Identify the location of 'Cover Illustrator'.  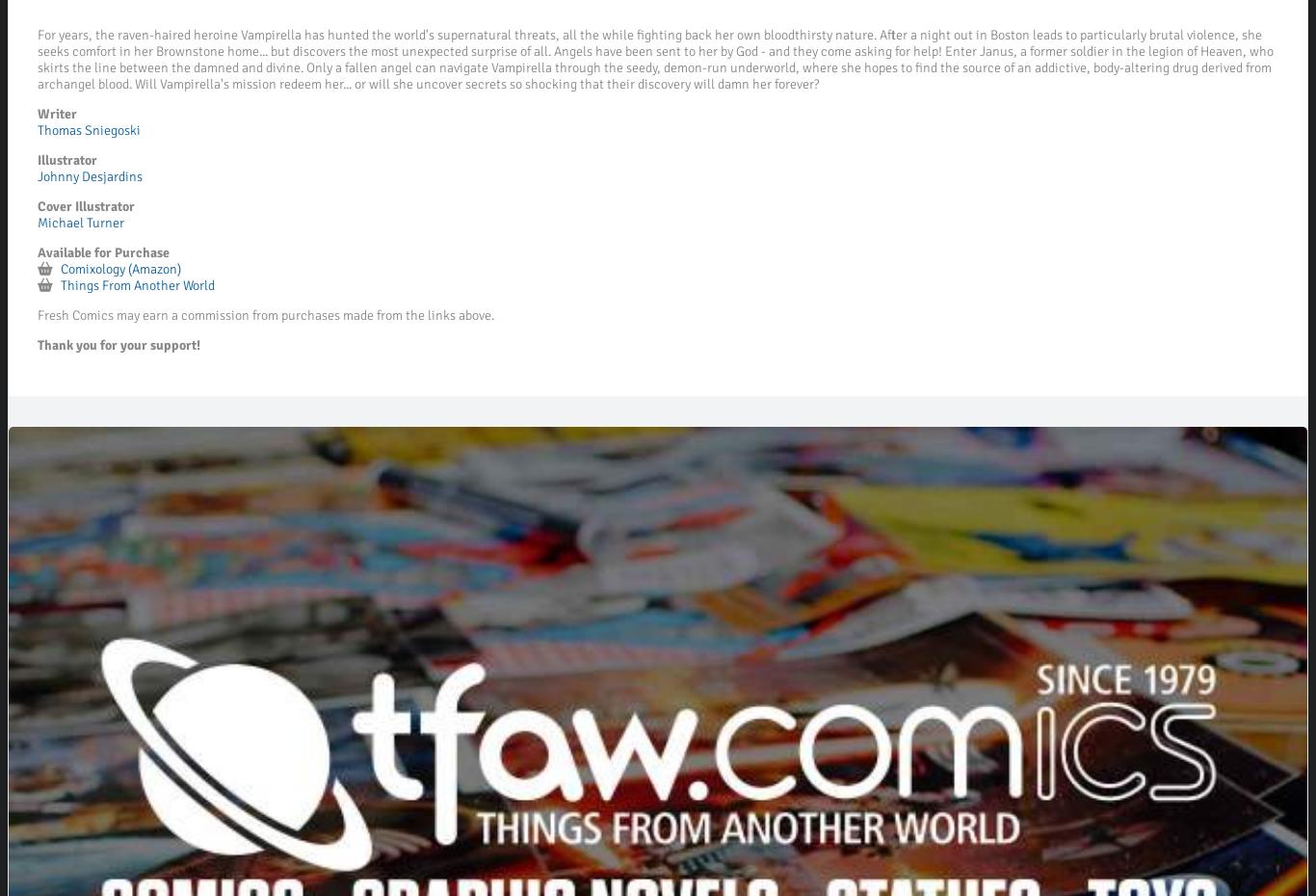
(86, 205).